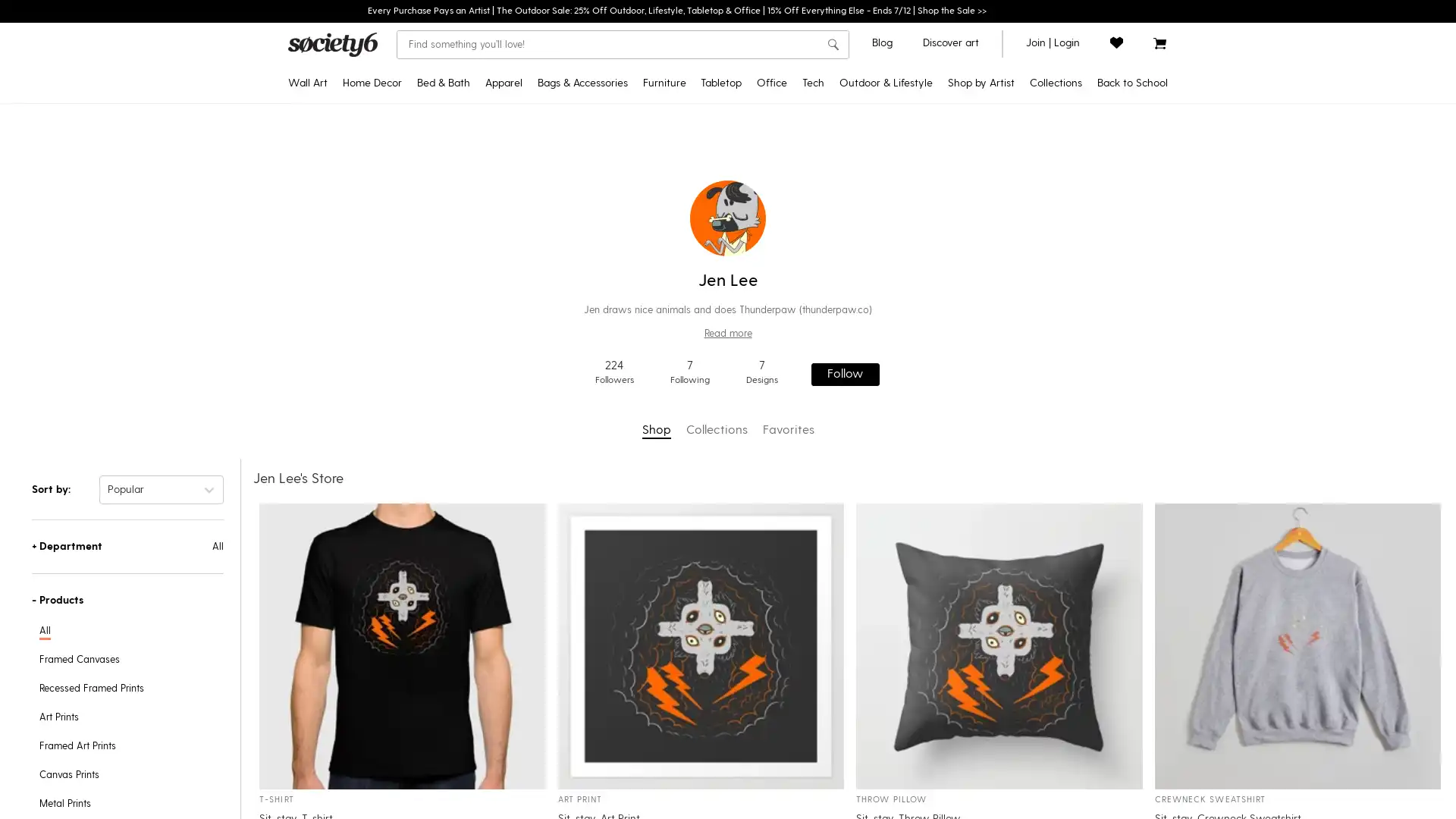 This screenshot has width=1456, height=819. I want to click on Bed & Bath, so click(442, 83).